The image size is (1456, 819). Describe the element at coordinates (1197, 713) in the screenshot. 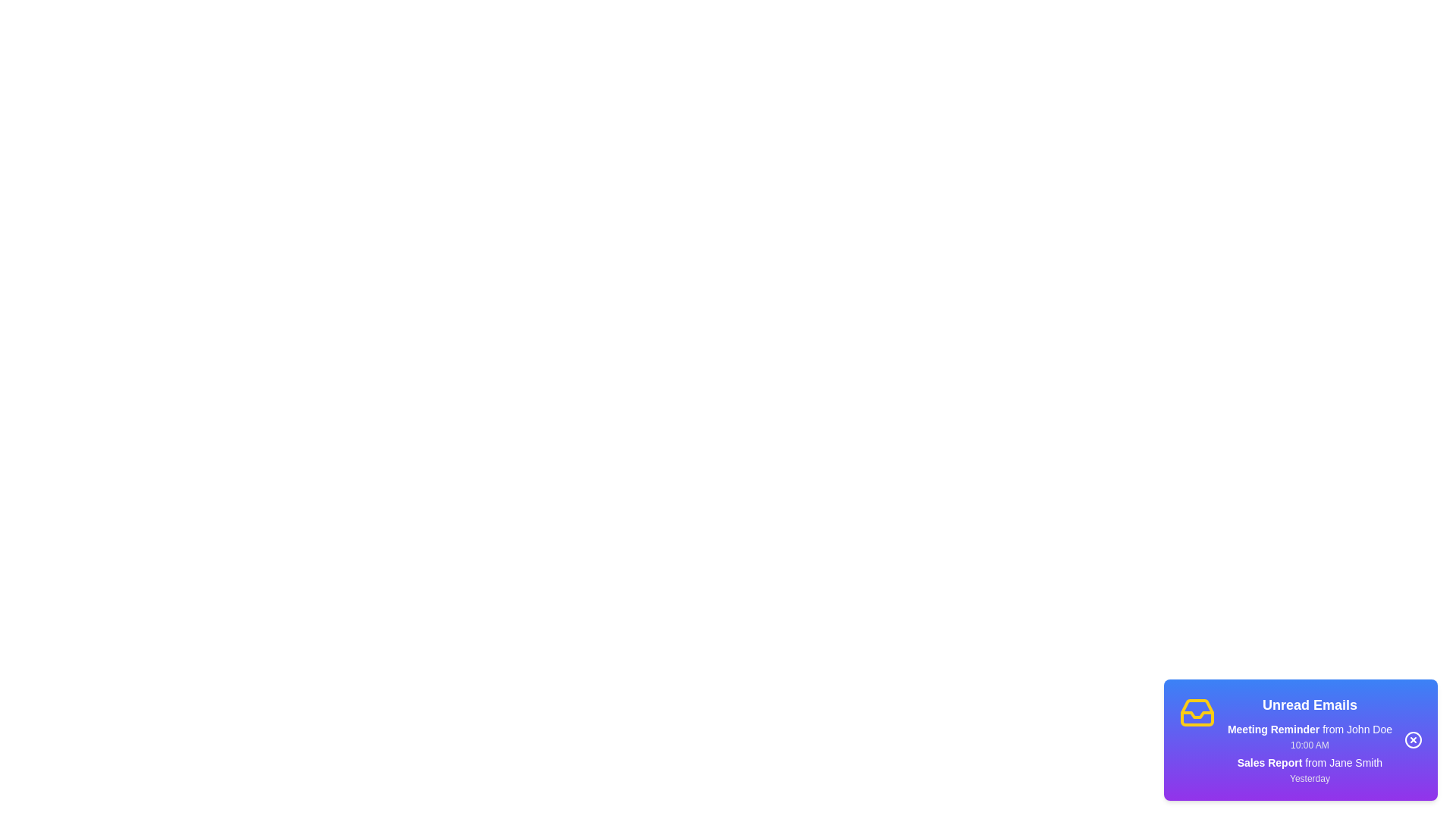

I see `the notification icon to interact with it` at that location.